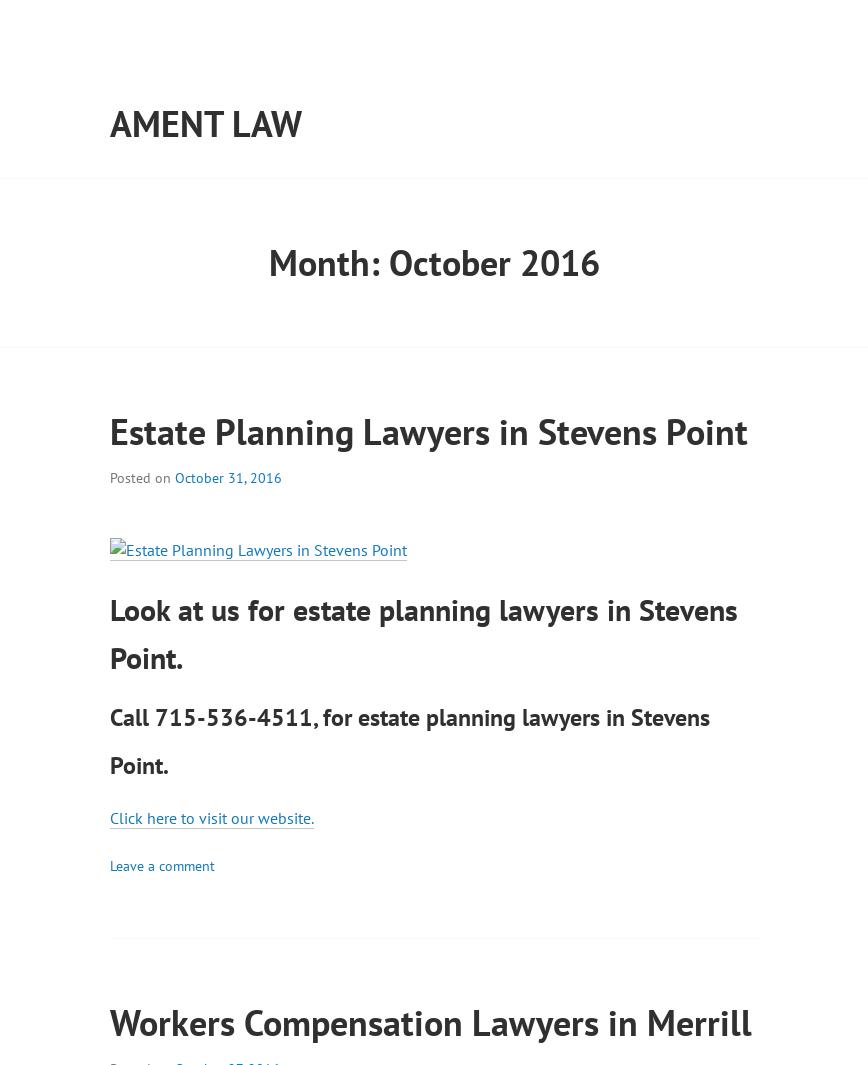 The height and width of the screenshot is (1065, 868). Describe the element at coordinates (211, 816) in the screenshot. I see `'Click here to visit our website.'` at that location.